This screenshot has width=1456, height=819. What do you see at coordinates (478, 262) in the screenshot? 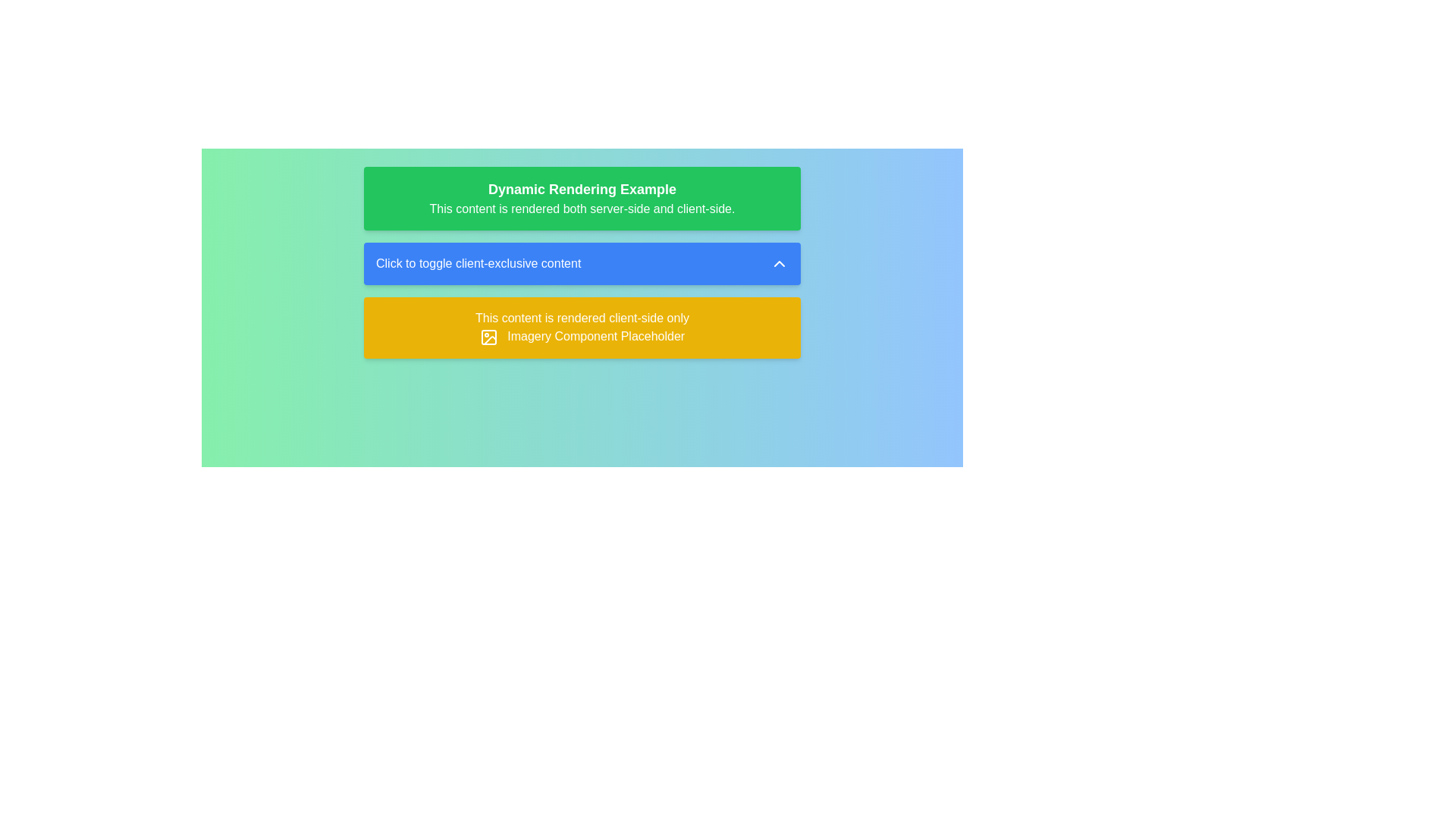
I see `text label that says 'Click to toggle client-exclusive content', which is styled in white font on a blue rectangular background with rounded corners` at bounding box center [478, 262].